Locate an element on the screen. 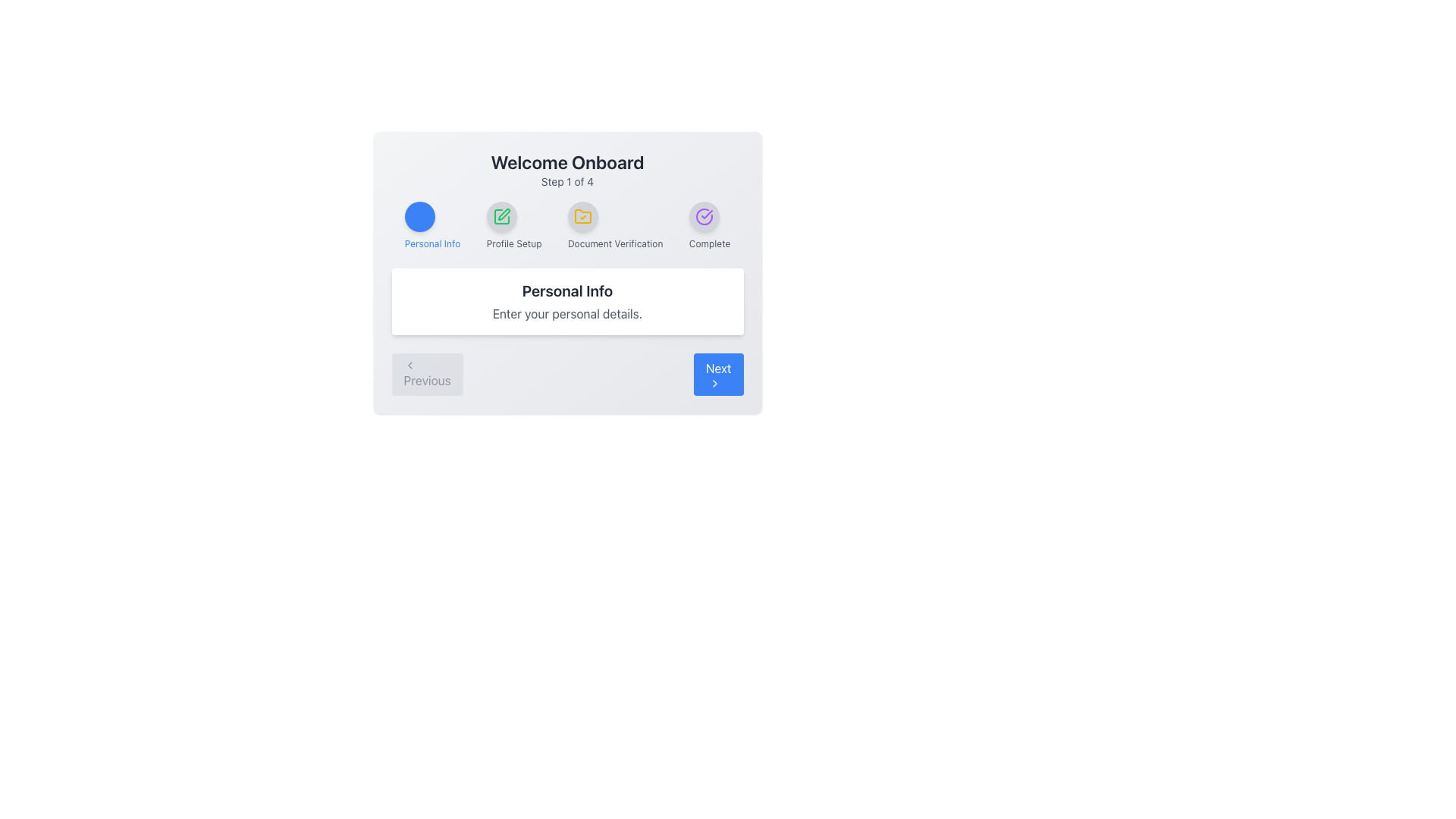 This screenshot has width=1456, height=819. the 'Personal Info' button in the navigation bar is located at coordinates (419, 216).